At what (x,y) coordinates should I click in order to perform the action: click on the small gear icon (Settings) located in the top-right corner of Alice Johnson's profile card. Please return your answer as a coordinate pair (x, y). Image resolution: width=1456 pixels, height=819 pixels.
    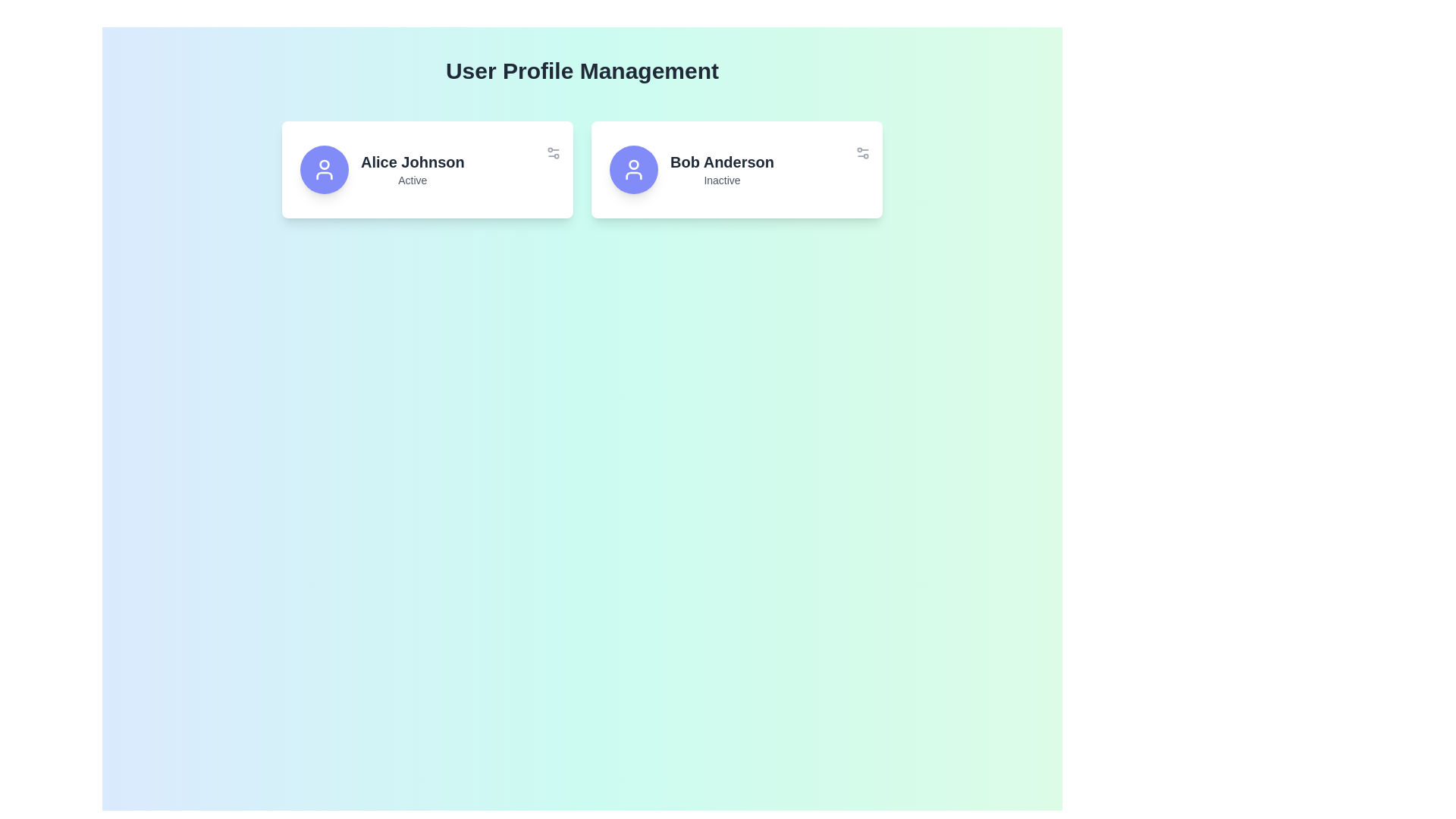
    Looking at the image, I should click on (552, 152).